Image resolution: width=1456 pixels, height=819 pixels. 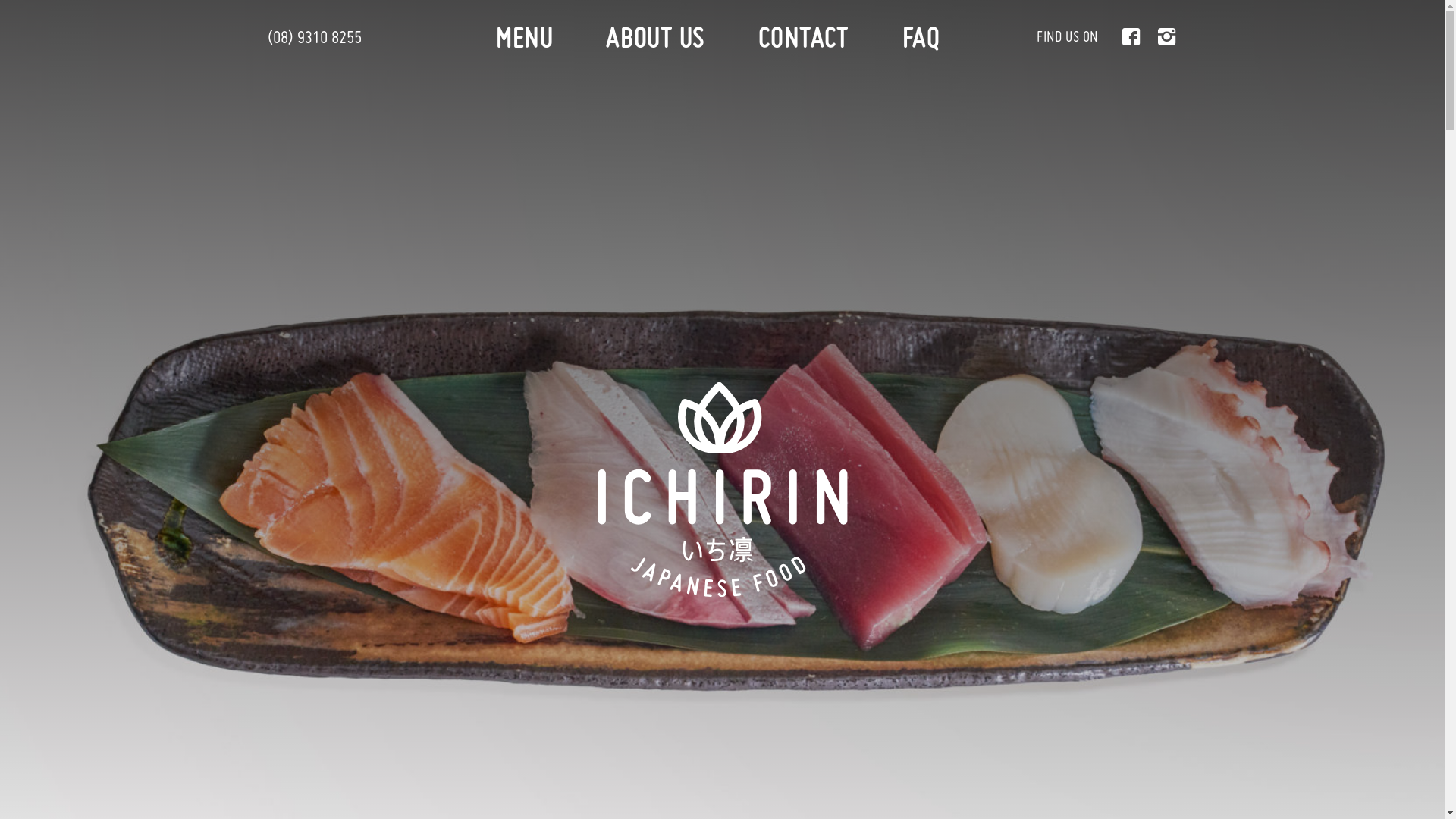 What do you see at coordinates (524, 40) in the screenshot?
I see `'MENU'` at bounding box center [524, 40].